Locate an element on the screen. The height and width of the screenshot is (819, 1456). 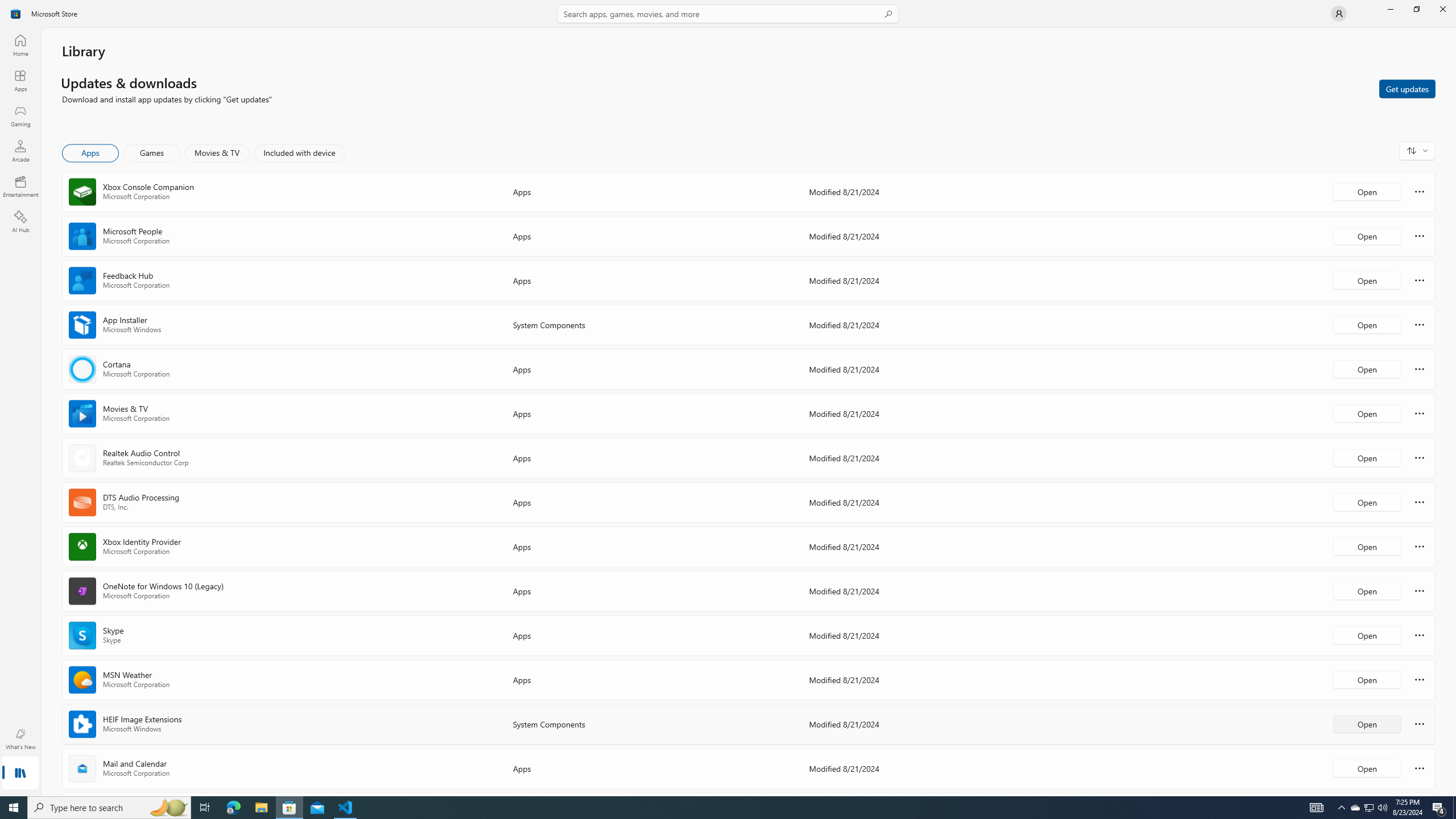
'Arcade' is located at coordinates (19, 150).